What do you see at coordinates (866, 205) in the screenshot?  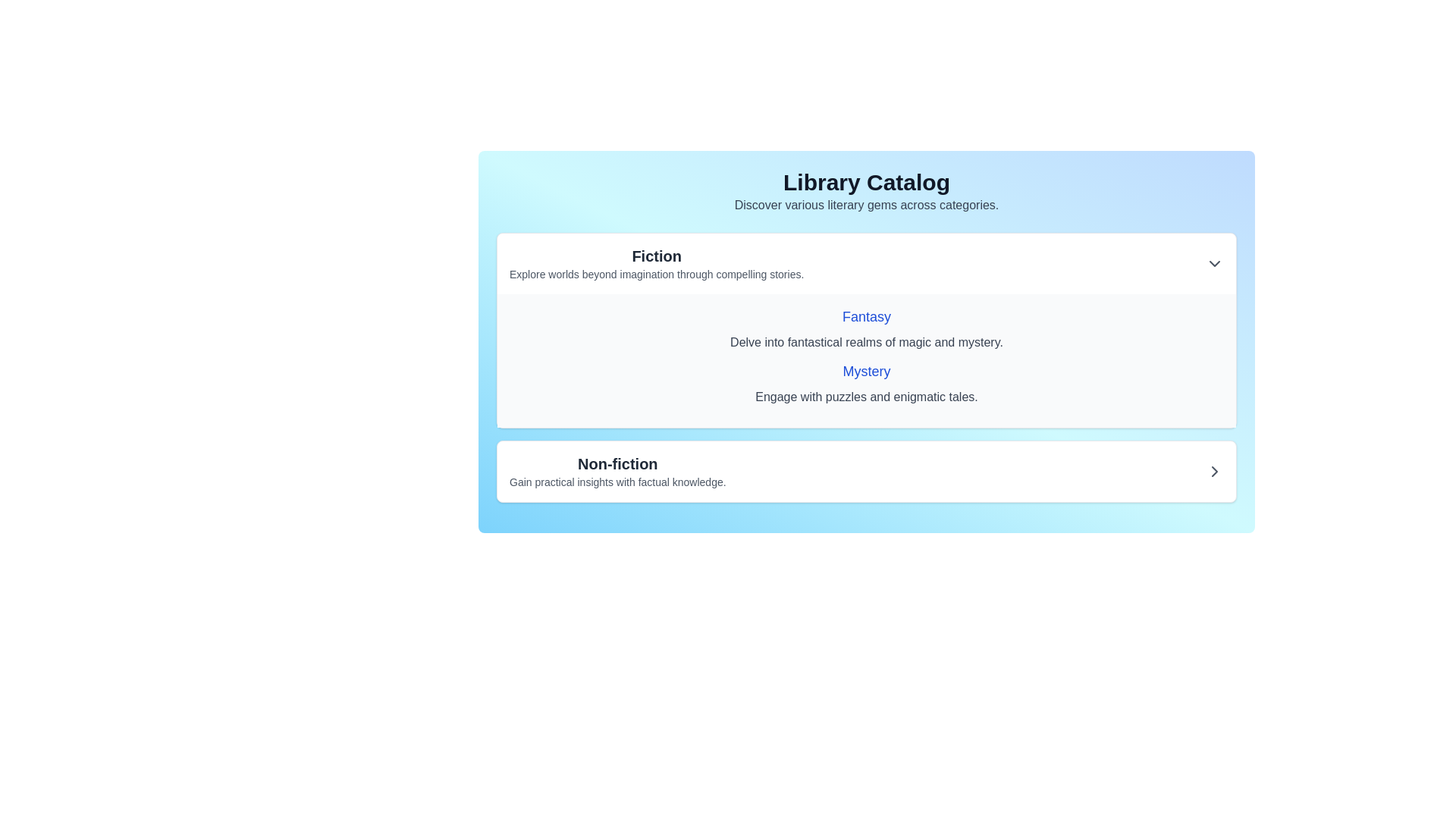 I see `text displaying 'Discover various literary gems across categories.' which is styled with medium-sized, gray text and positioned below the 'Library Catalog' title` at bounding box center [866, 205].